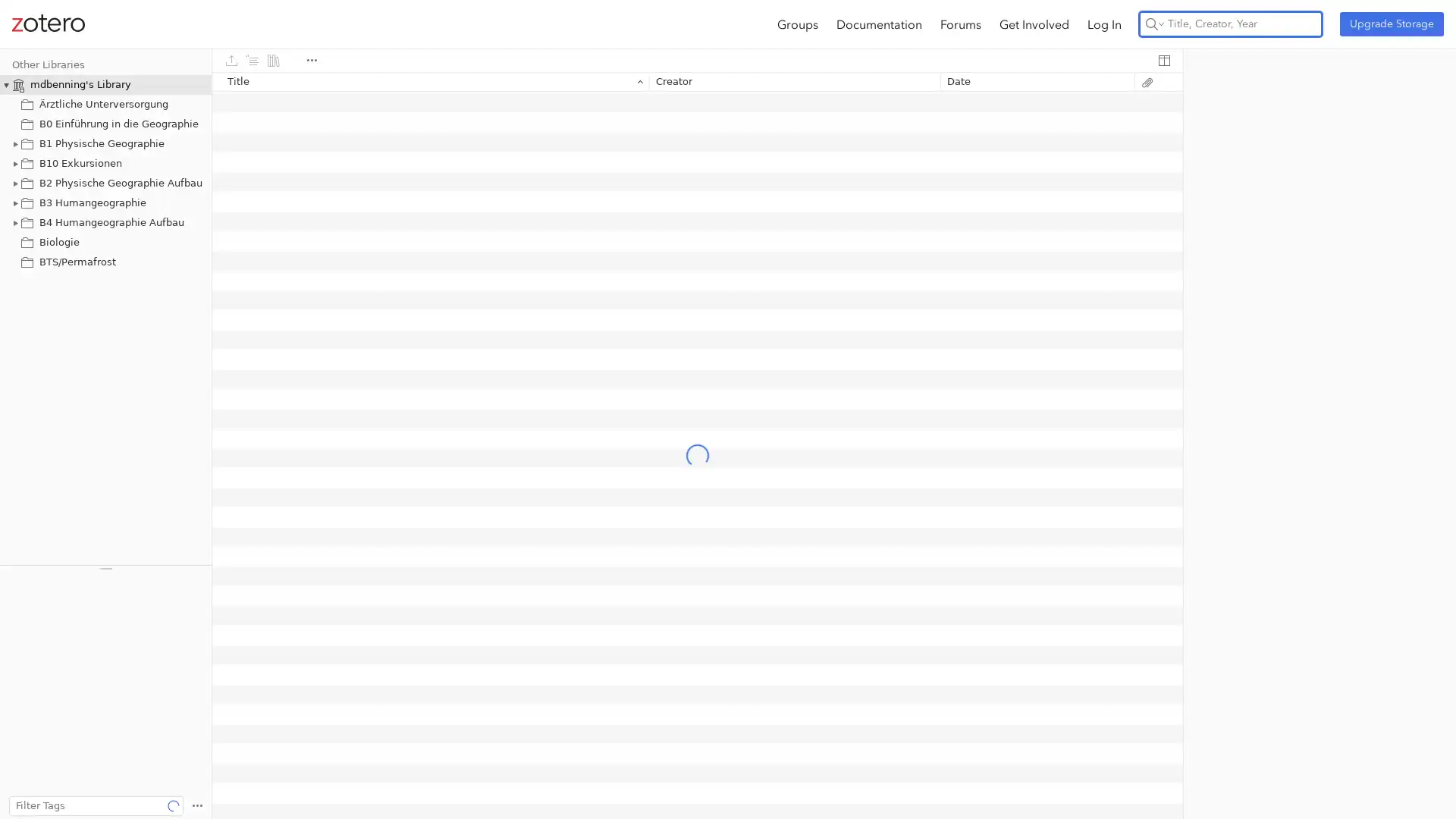 Image resolution: width=1456 pixels, height=819 pixels. What do you see at coordinates (76, 721) in the screenshot?
I see `Federal Republic of Germany` at bounding box center [76, 721].